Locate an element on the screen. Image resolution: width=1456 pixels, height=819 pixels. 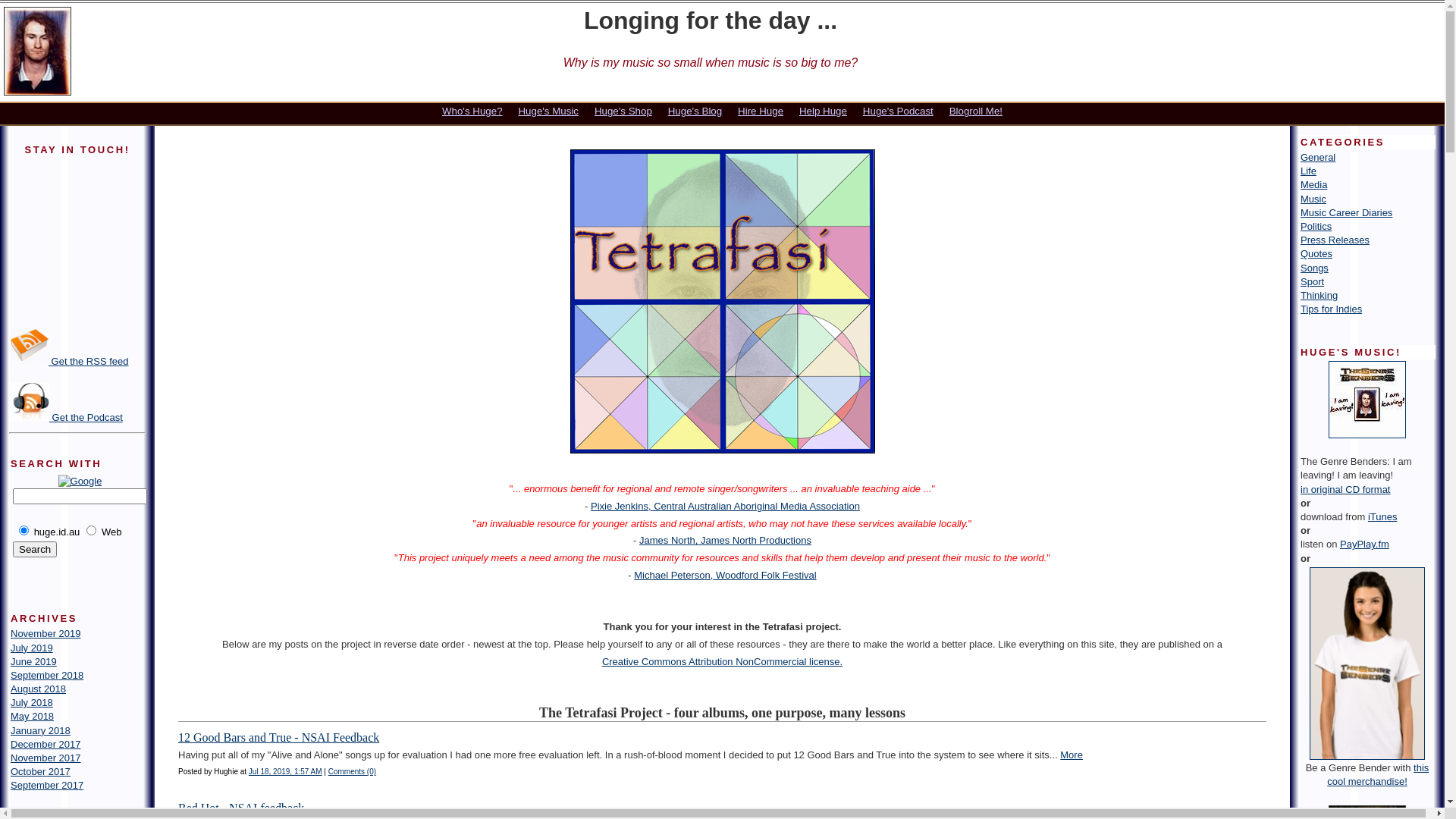
'Press Releases' is located at coordinates (1335, 239).